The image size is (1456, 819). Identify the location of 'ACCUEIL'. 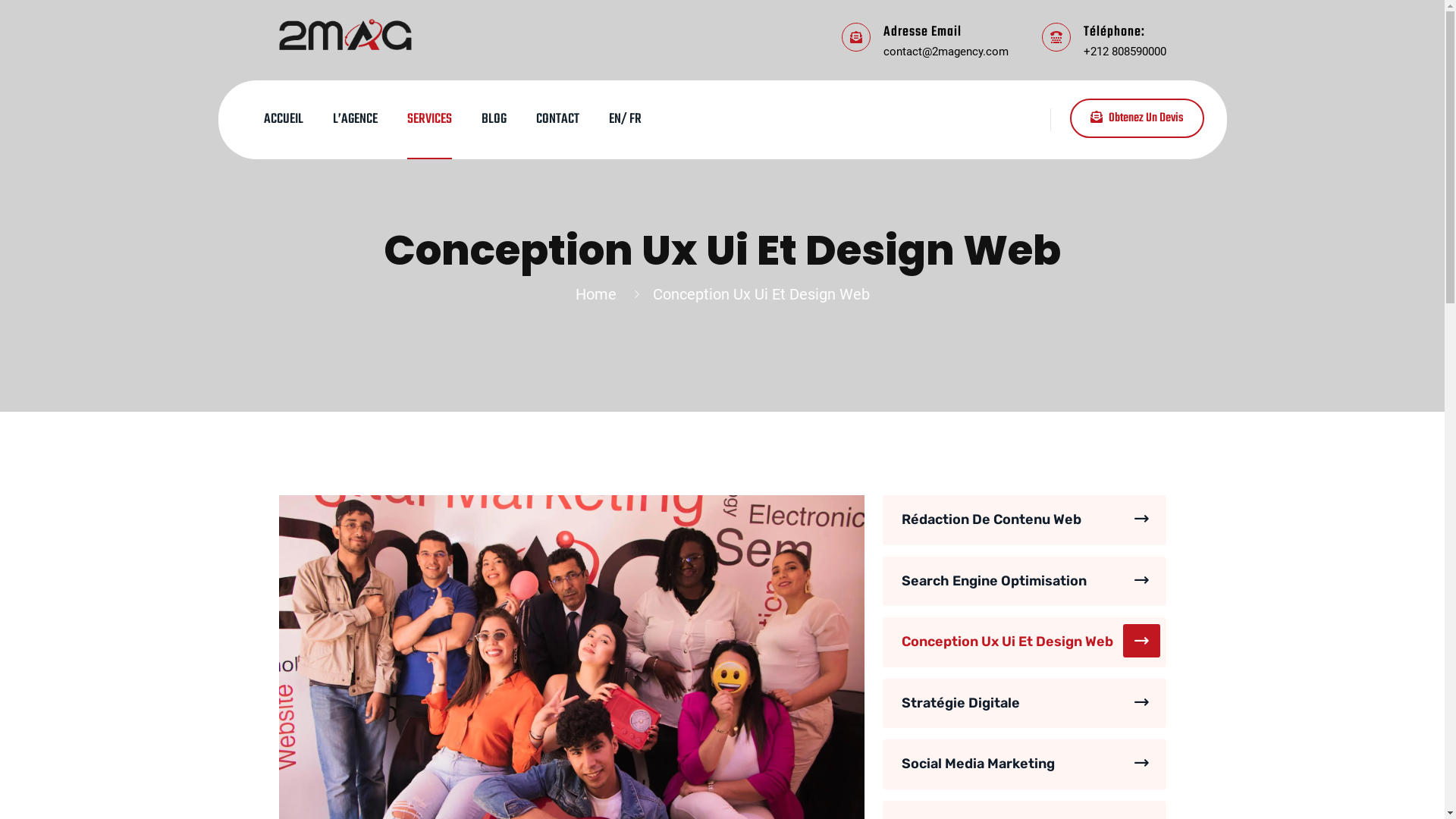
(284, 119).